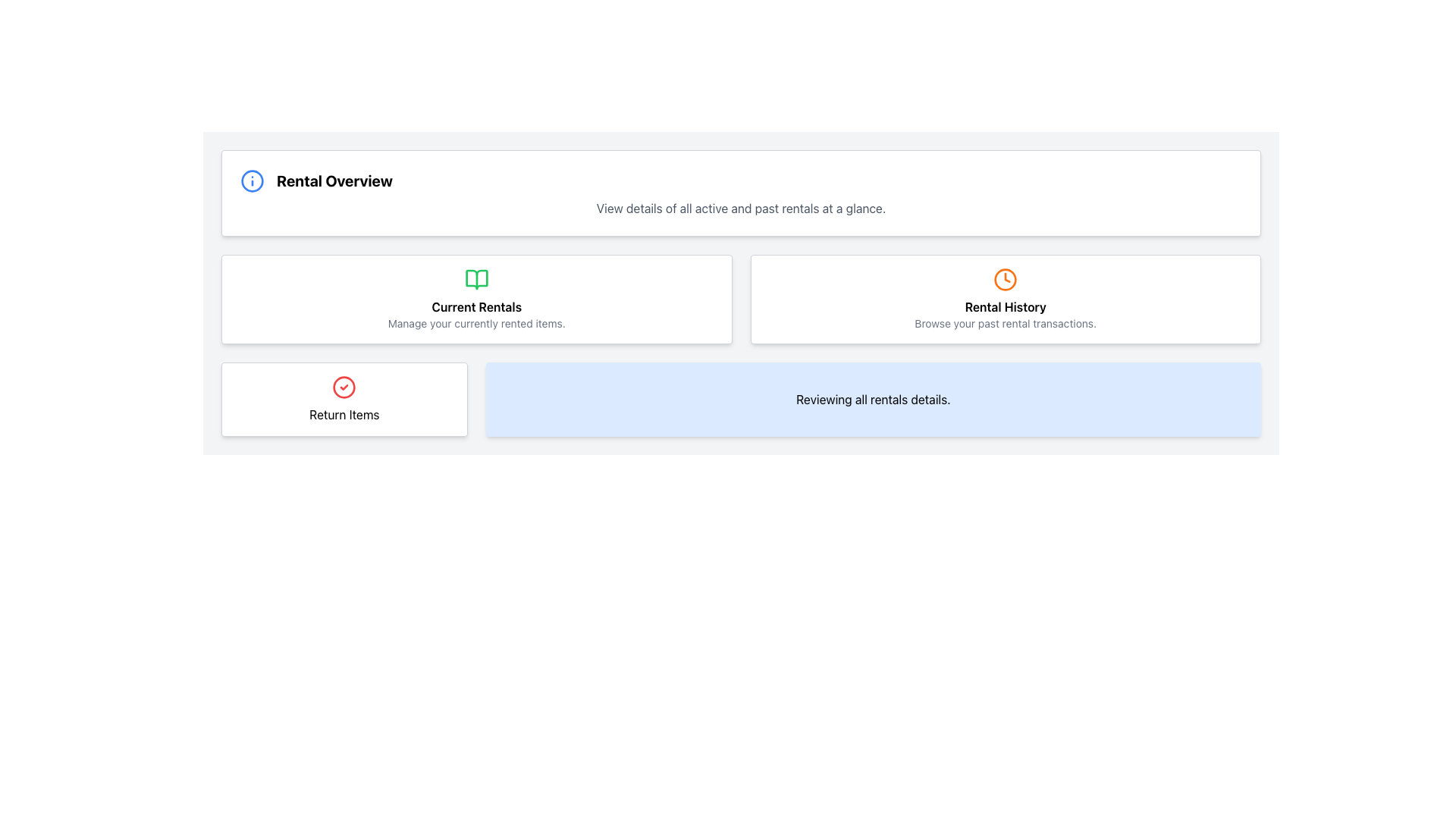  I want to click on the circular blue outlined icon with an information symbol ('i') located to the left of the 'Rental Overview' text for more information, so click(252, 180).